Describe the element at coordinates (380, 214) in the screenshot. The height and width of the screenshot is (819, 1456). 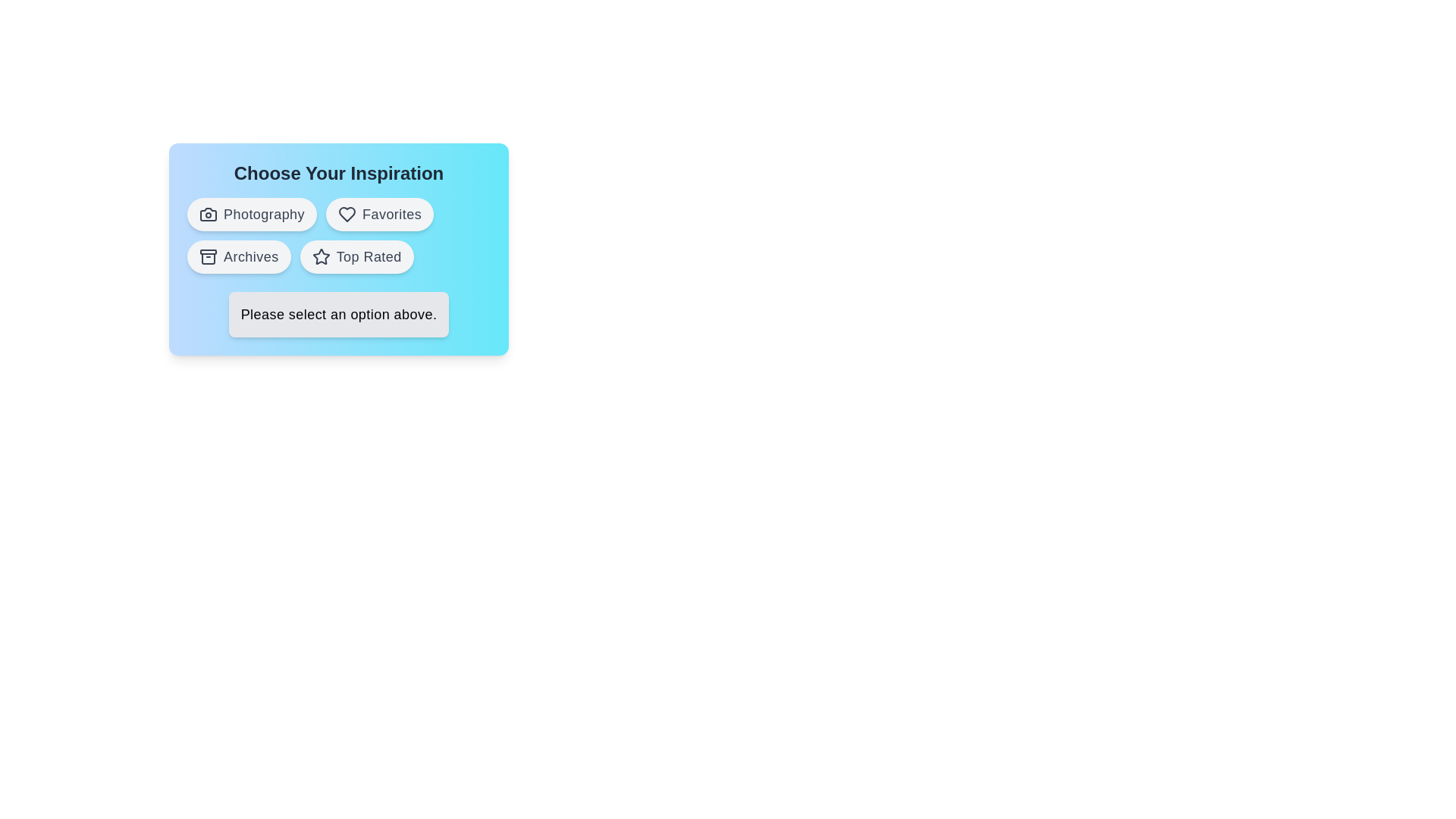
I see `the 'Favorites' button, which is the second button in a horizontal list, located between the 'Photography' and 'Archives' buttons` at that location.